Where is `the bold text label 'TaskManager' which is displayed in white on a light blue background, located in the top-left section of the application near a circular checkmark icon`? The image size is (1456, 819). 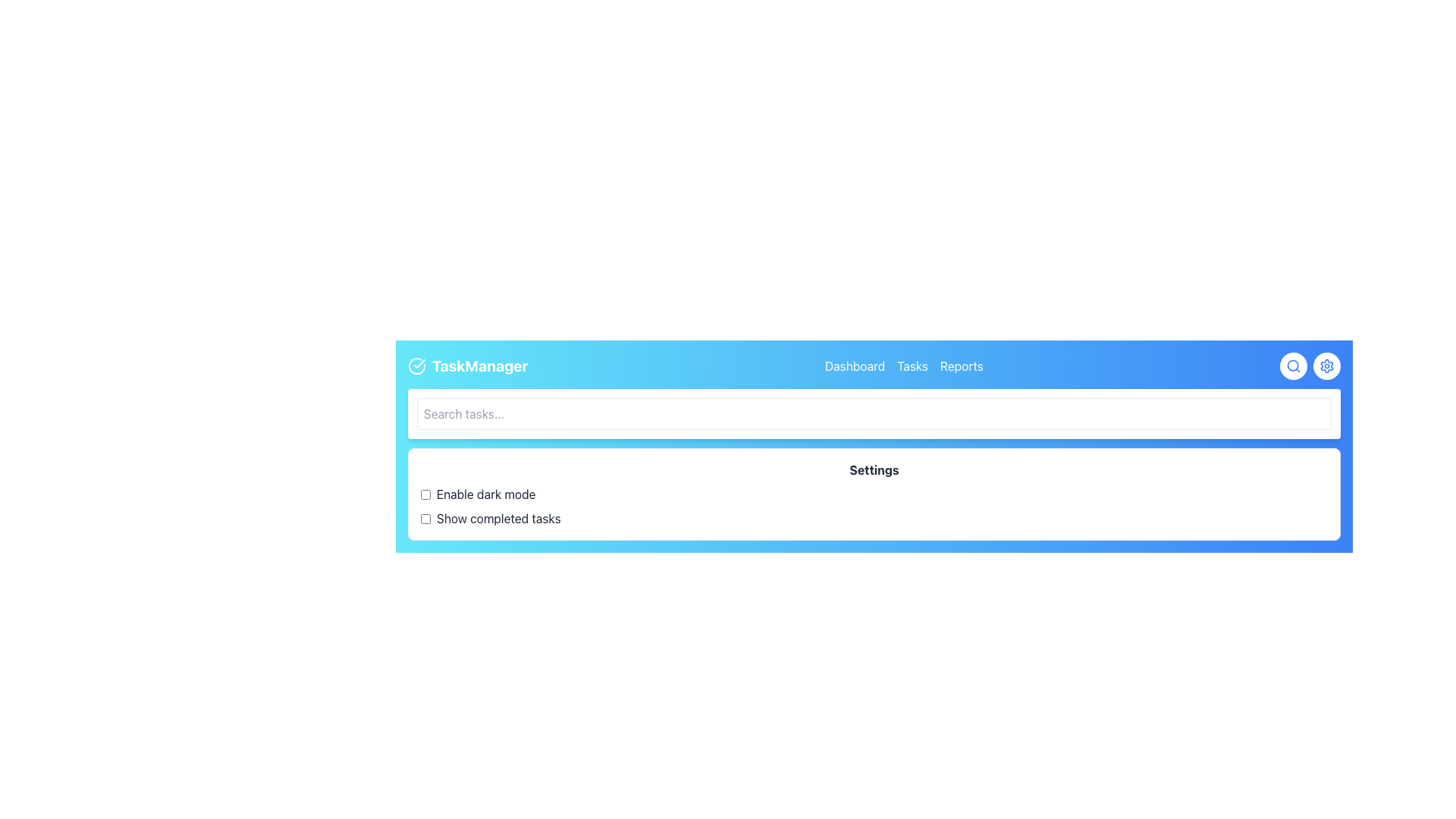 the bold text label 'TaskManager' which is displayed in white on a light blue background, located in the top-left section of the application near a circular checkmark icon is located at coordinates (479, 366).